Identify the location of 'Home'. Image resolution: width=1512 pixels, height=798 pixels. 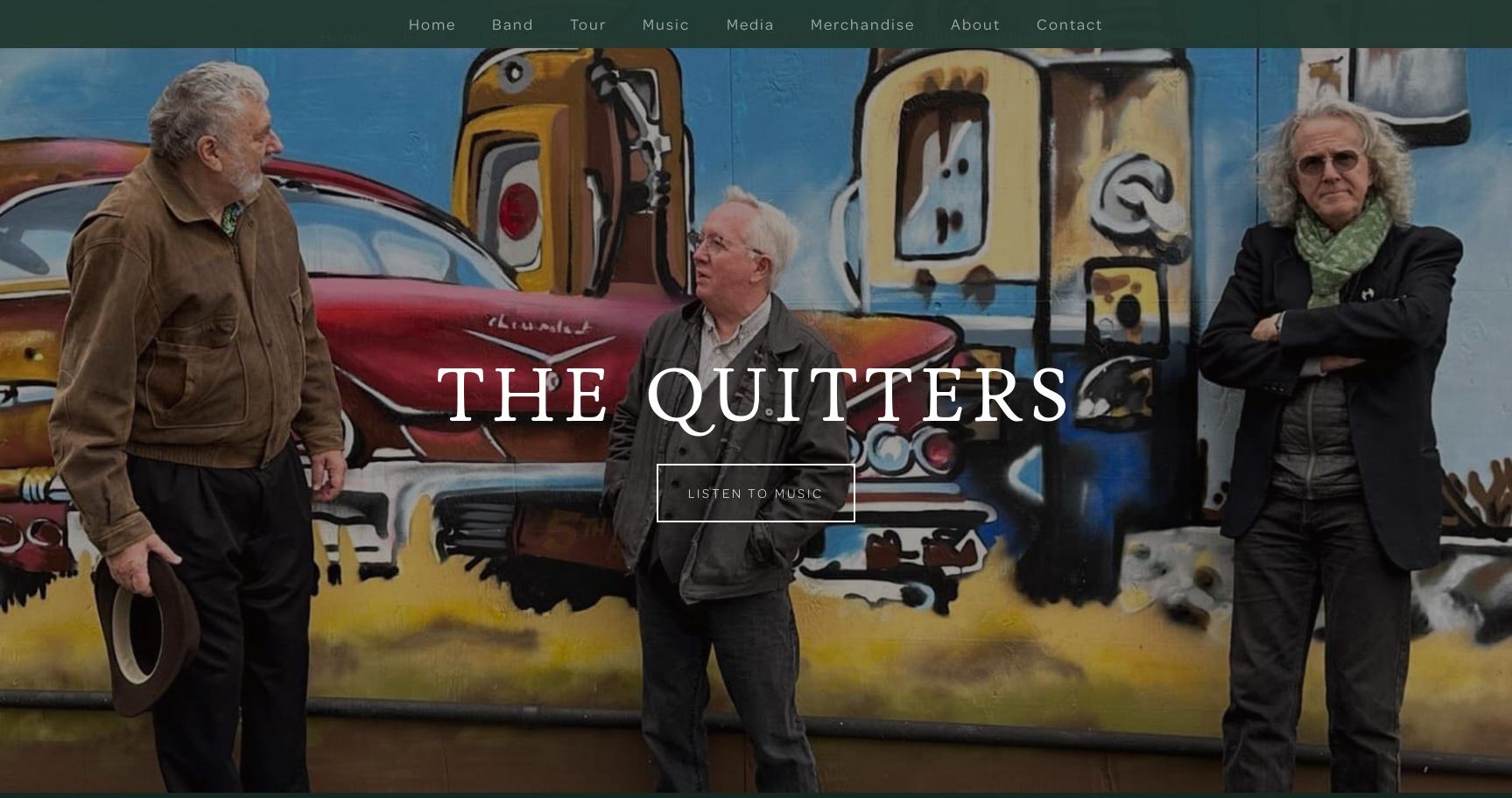
(344, 35).